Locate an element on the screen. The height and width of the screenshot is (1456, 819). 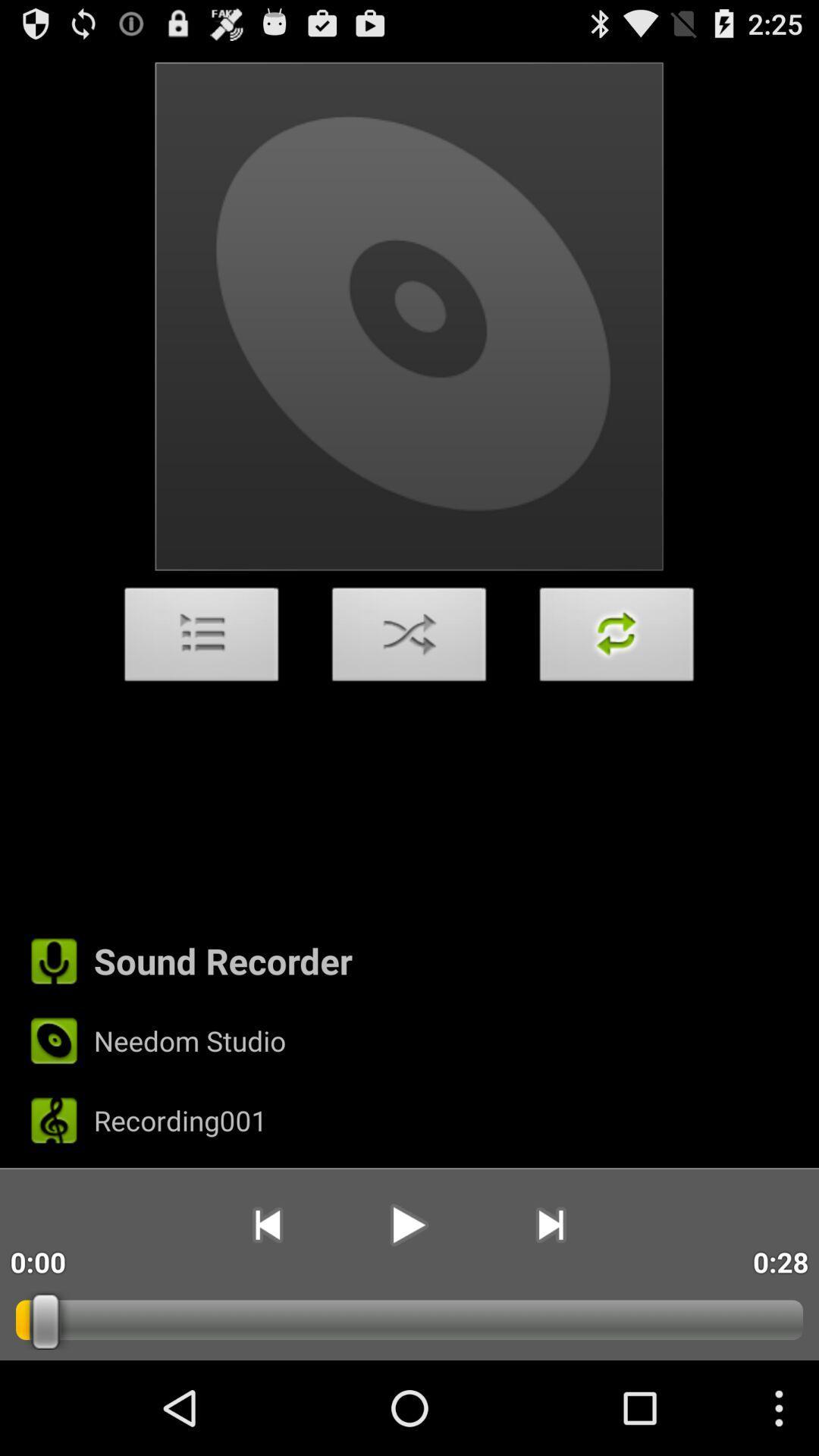
the skip_previous icon is located at coordinates (266, 1310).